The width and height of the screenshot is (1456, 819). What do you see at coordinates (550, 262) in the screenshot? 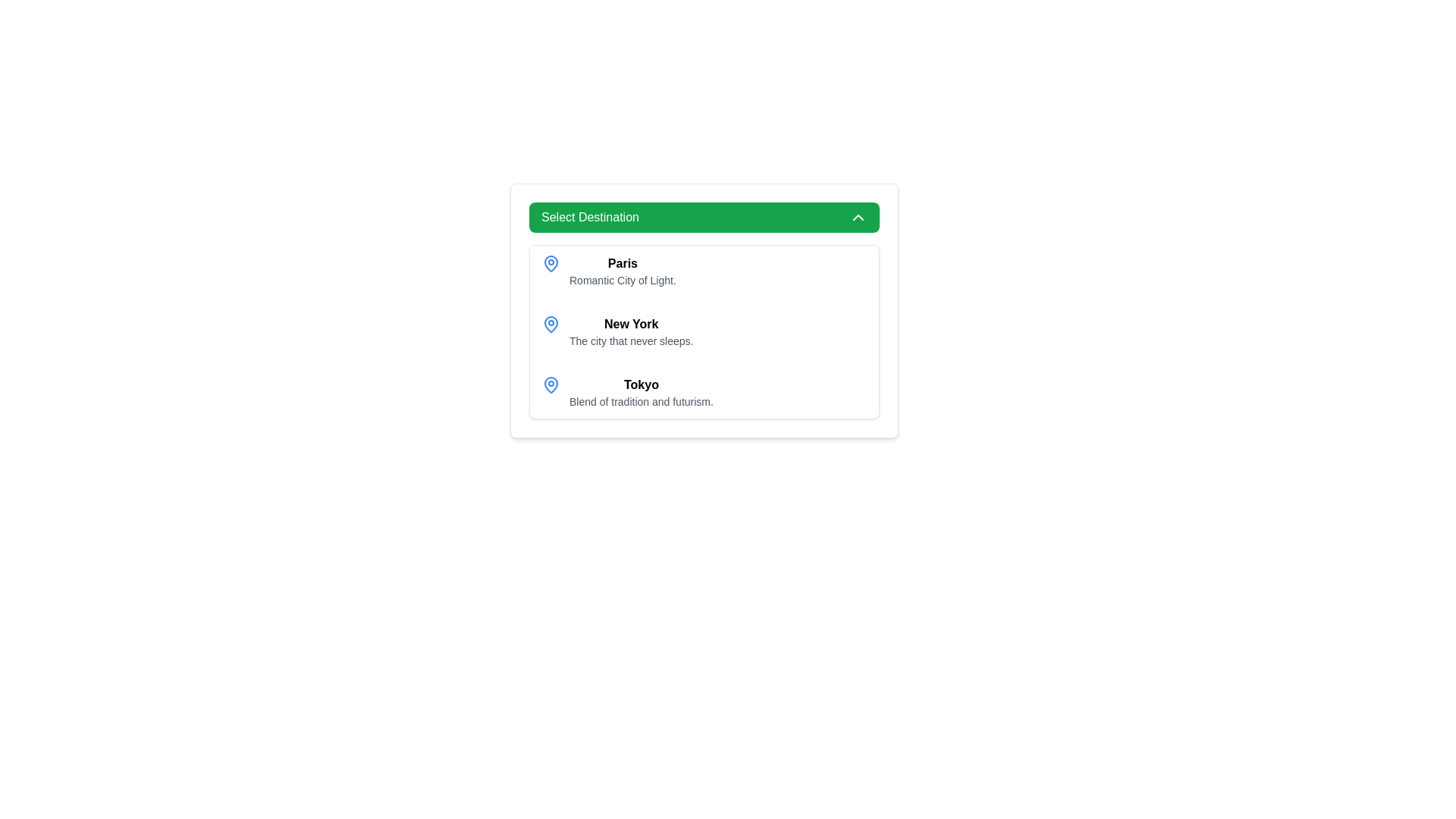
I see `the blue location pin icon located to the left of the text 'New York' in the list of selectable destinations` at bounding box center [550, 262].